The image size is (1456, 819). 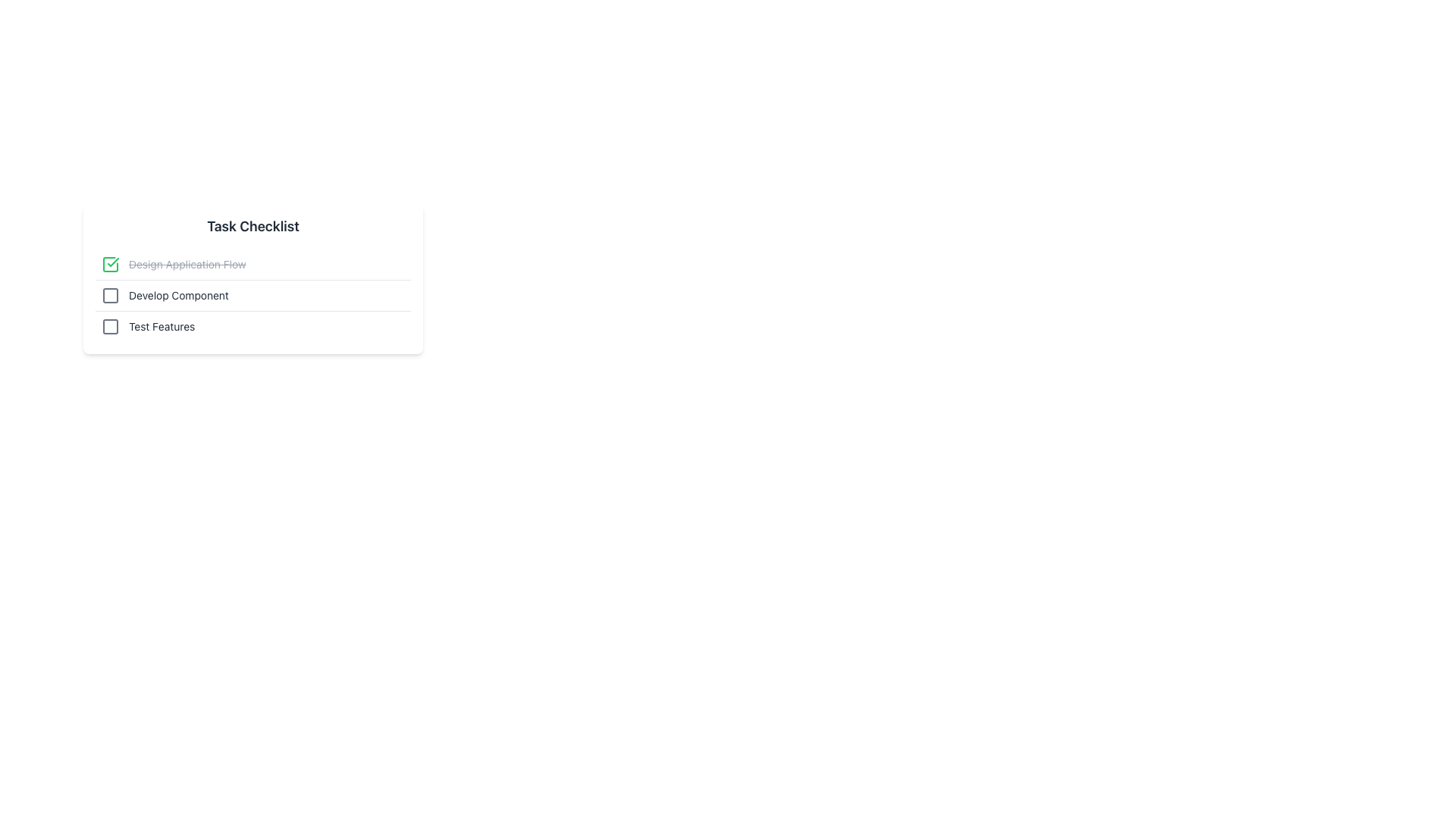 I want to click on the checkbox-like UI element for the 'Develop Component' task in the interactive checklist, so click(x=109, y=295).